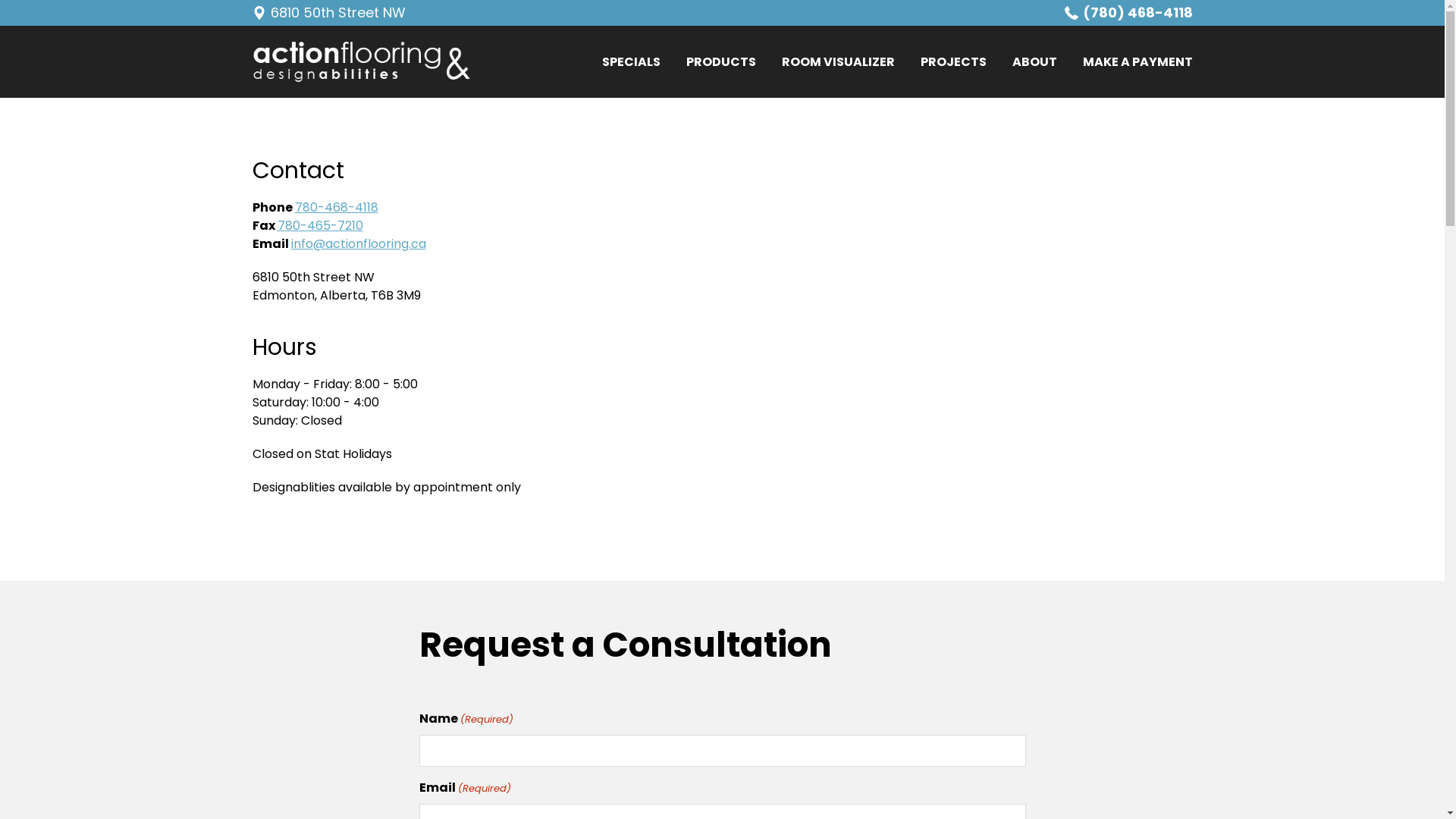  Describe the element at coordinates (1128, 12) in the screenshot. I see `'(780) 468-4118'` at that location.